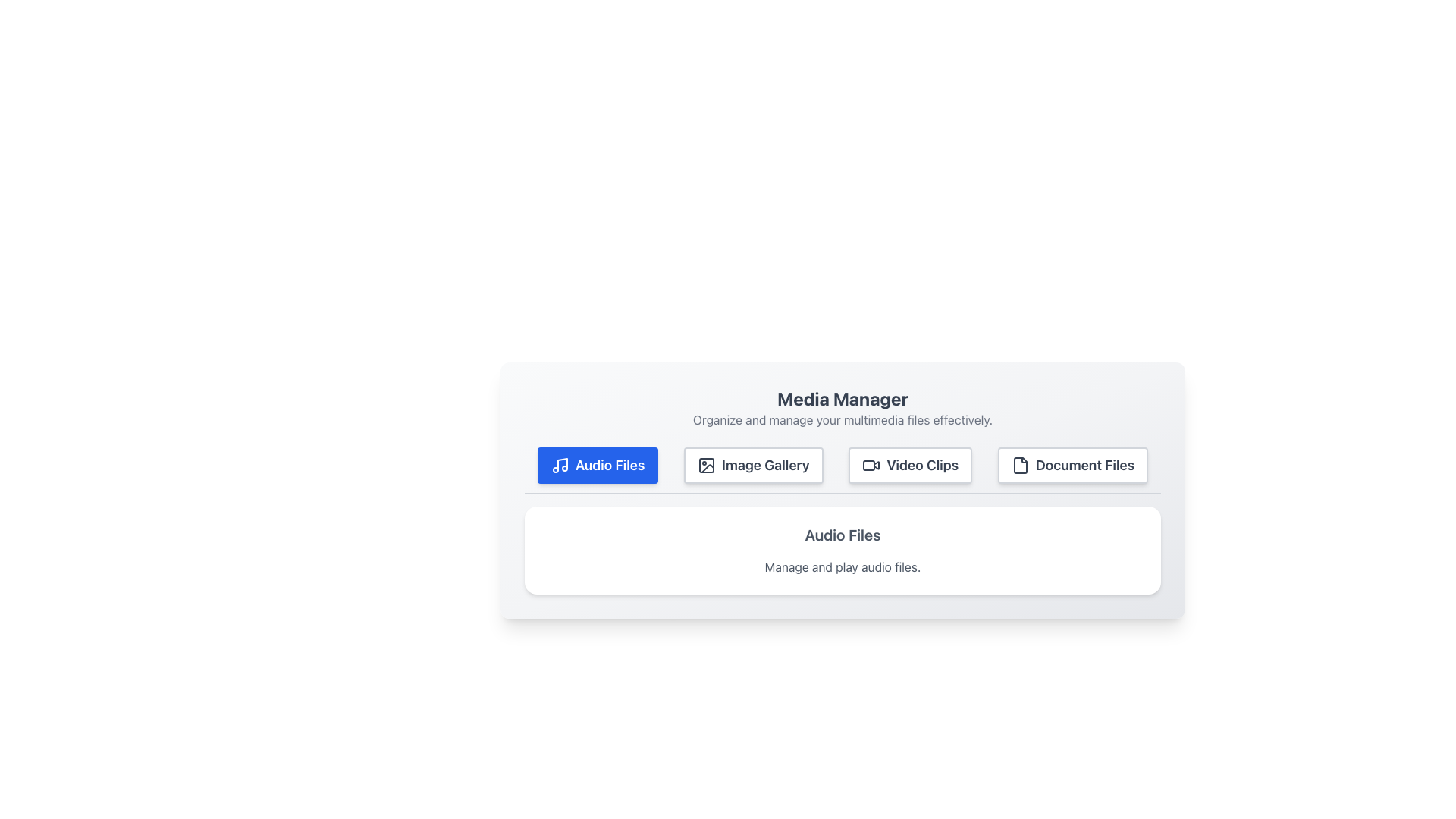 The image size is (1456, 819). I want to click on the document icon located within the 'Document Files' button in the top-right corner of the toolbar, so click(1020, 464).